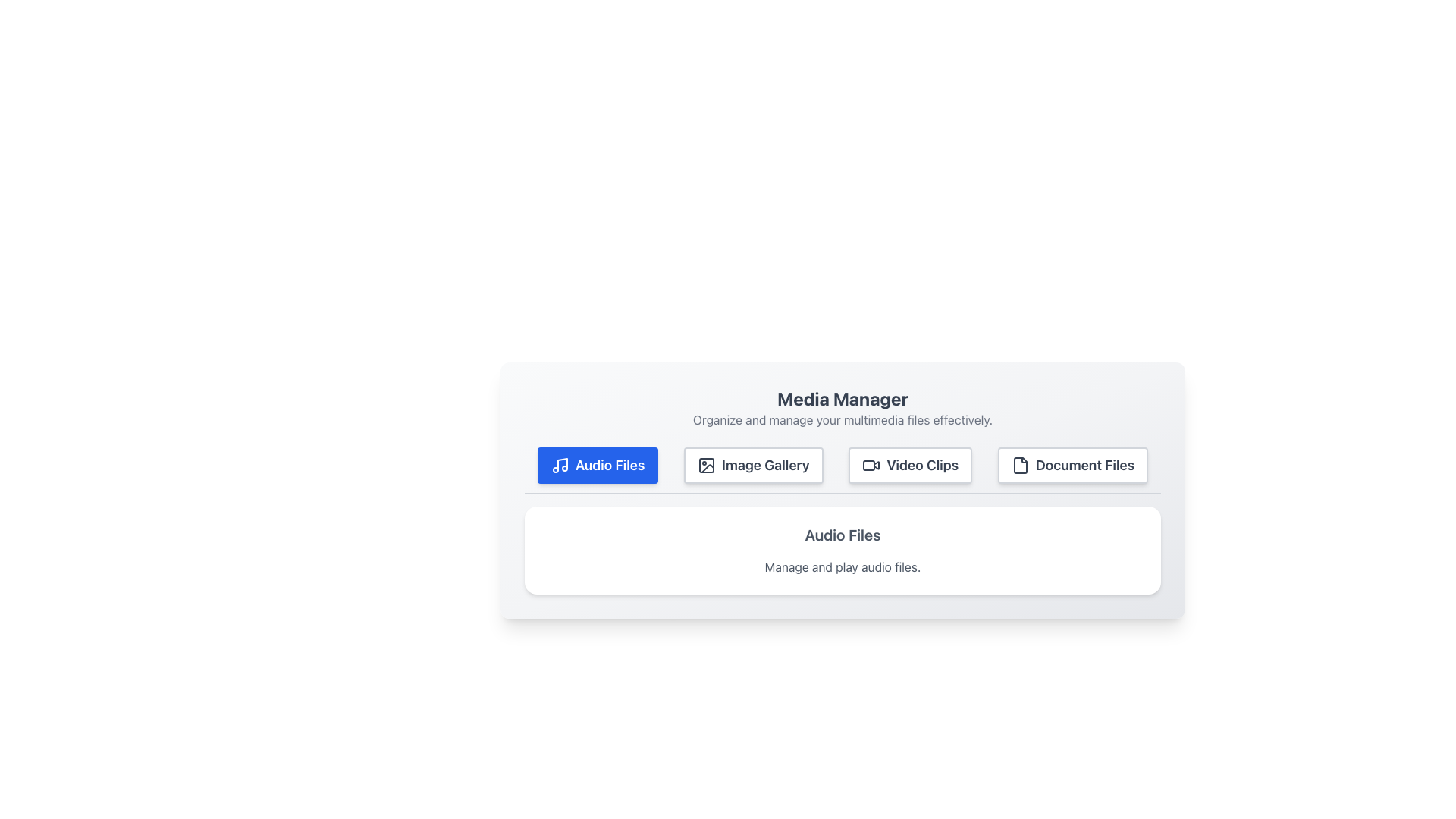 The image size is (1456, 819). I want to click on the document icon located within the 'Document Files' button in the top-right corner of the toolbar, so click(1020, 464).